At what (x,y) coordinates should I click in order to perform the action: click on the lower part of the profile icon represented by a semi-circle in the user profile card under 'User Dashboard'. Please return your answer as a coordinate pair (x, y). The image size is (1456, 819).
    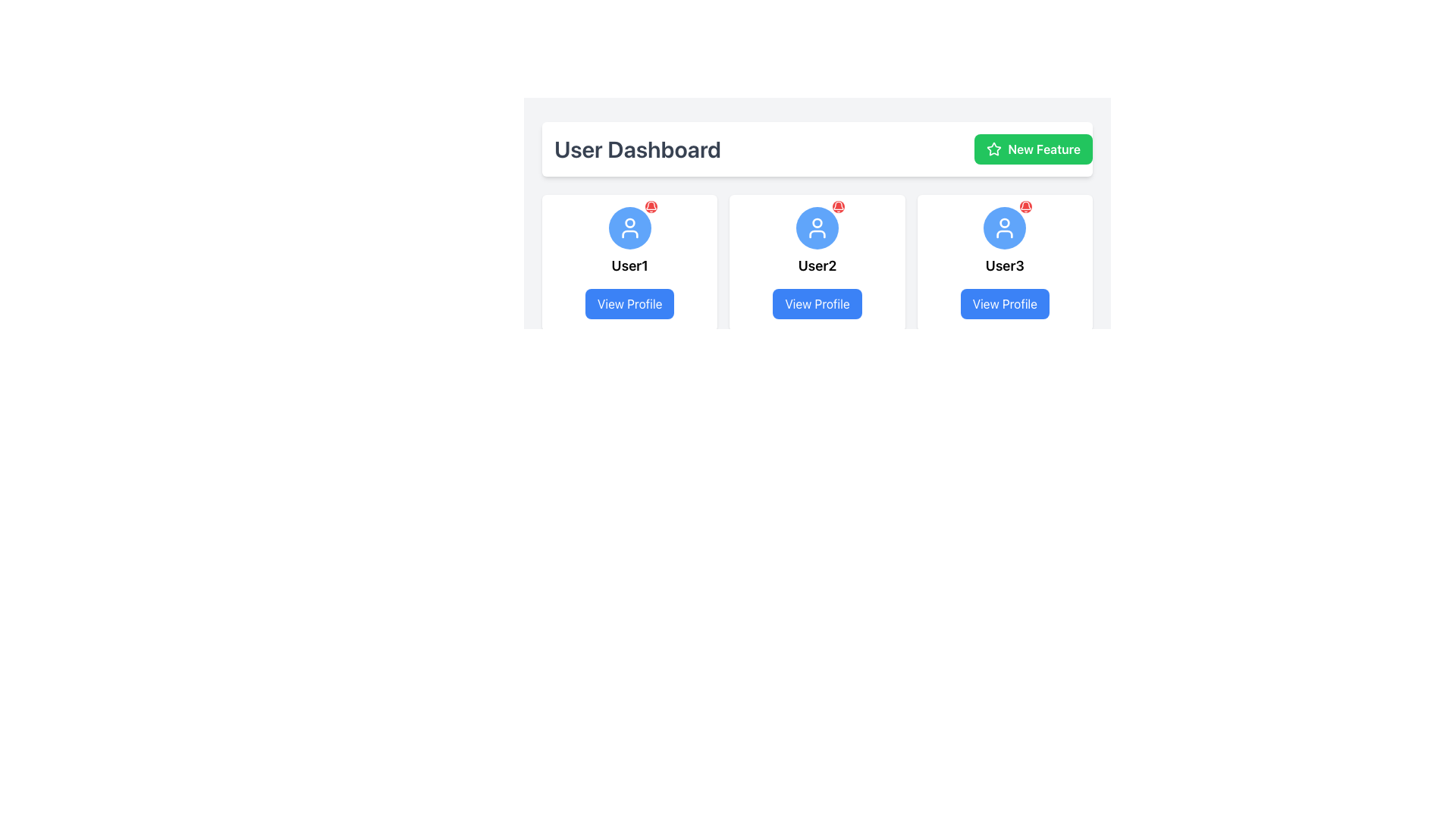
    Looking at the image, I should click on (816, 234).